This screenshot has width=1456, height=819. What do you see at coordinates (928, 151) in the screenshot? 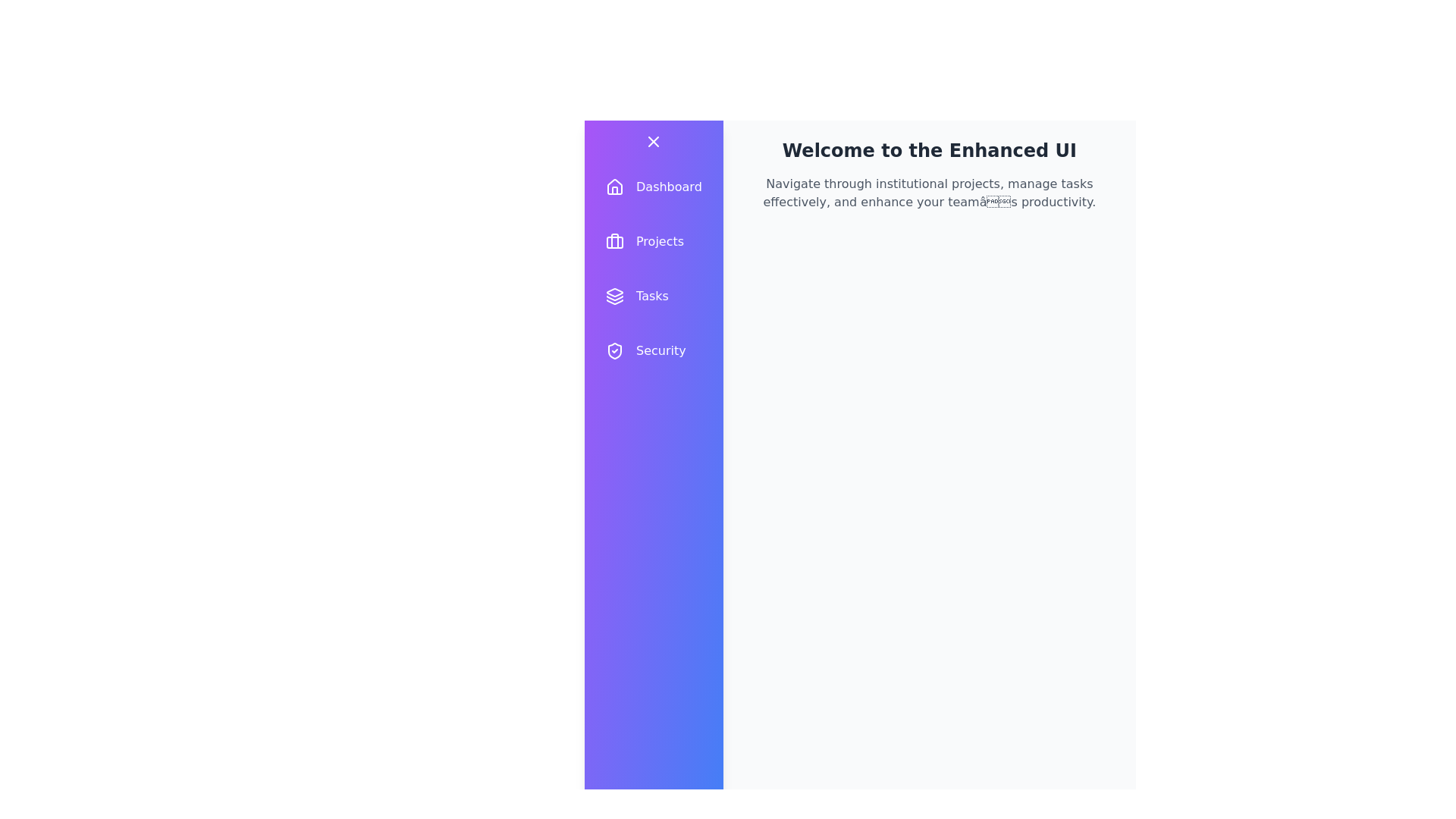
I see `the heading displaying 'Welcome to the Enhanced UI' located at the top-right section of the main content area` at bounding box center [928, 151].